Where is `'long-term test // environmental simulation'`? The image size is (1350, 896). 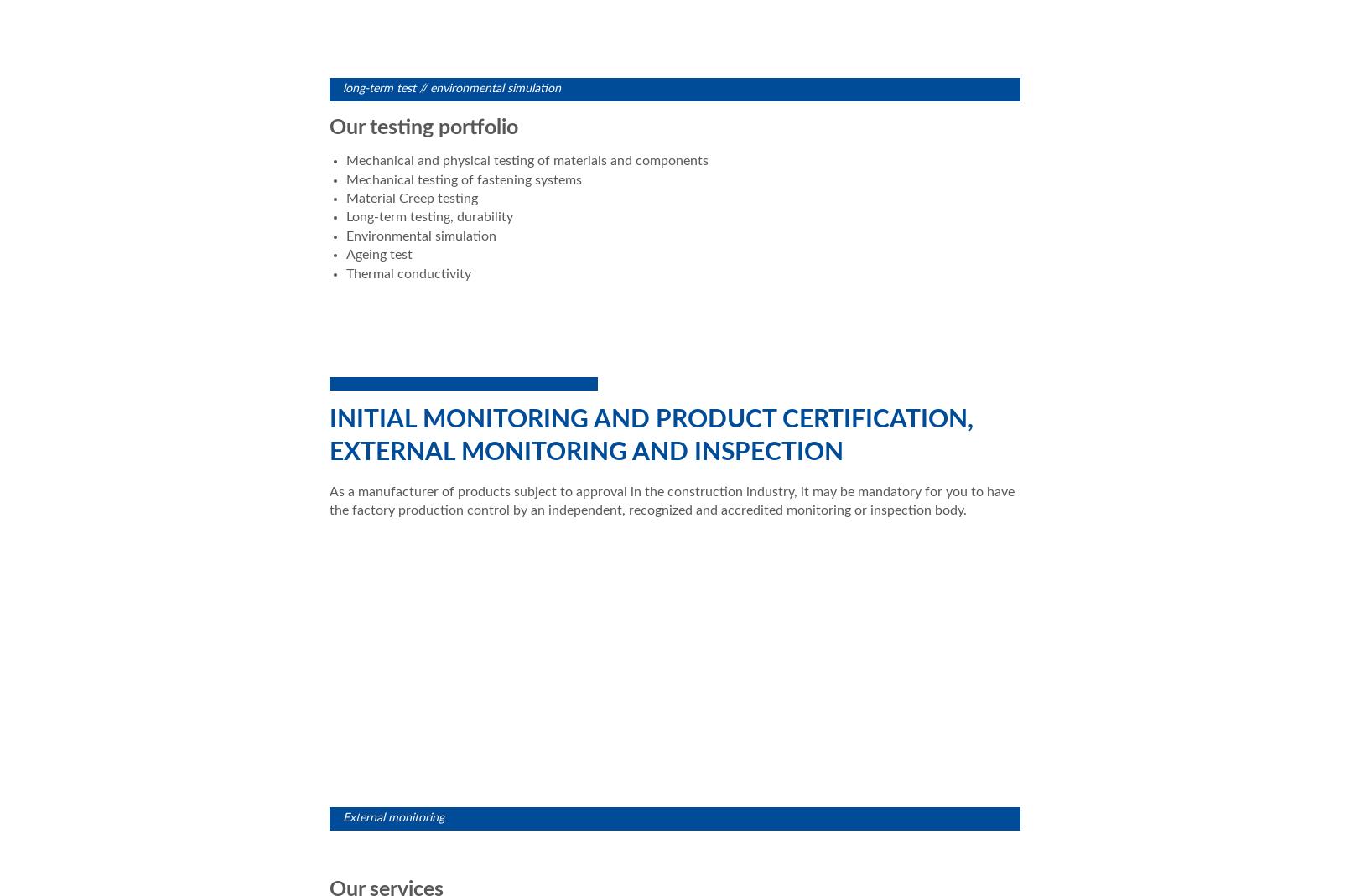
'long-term test // environmental simulation' is located at coordinates (451, 86).